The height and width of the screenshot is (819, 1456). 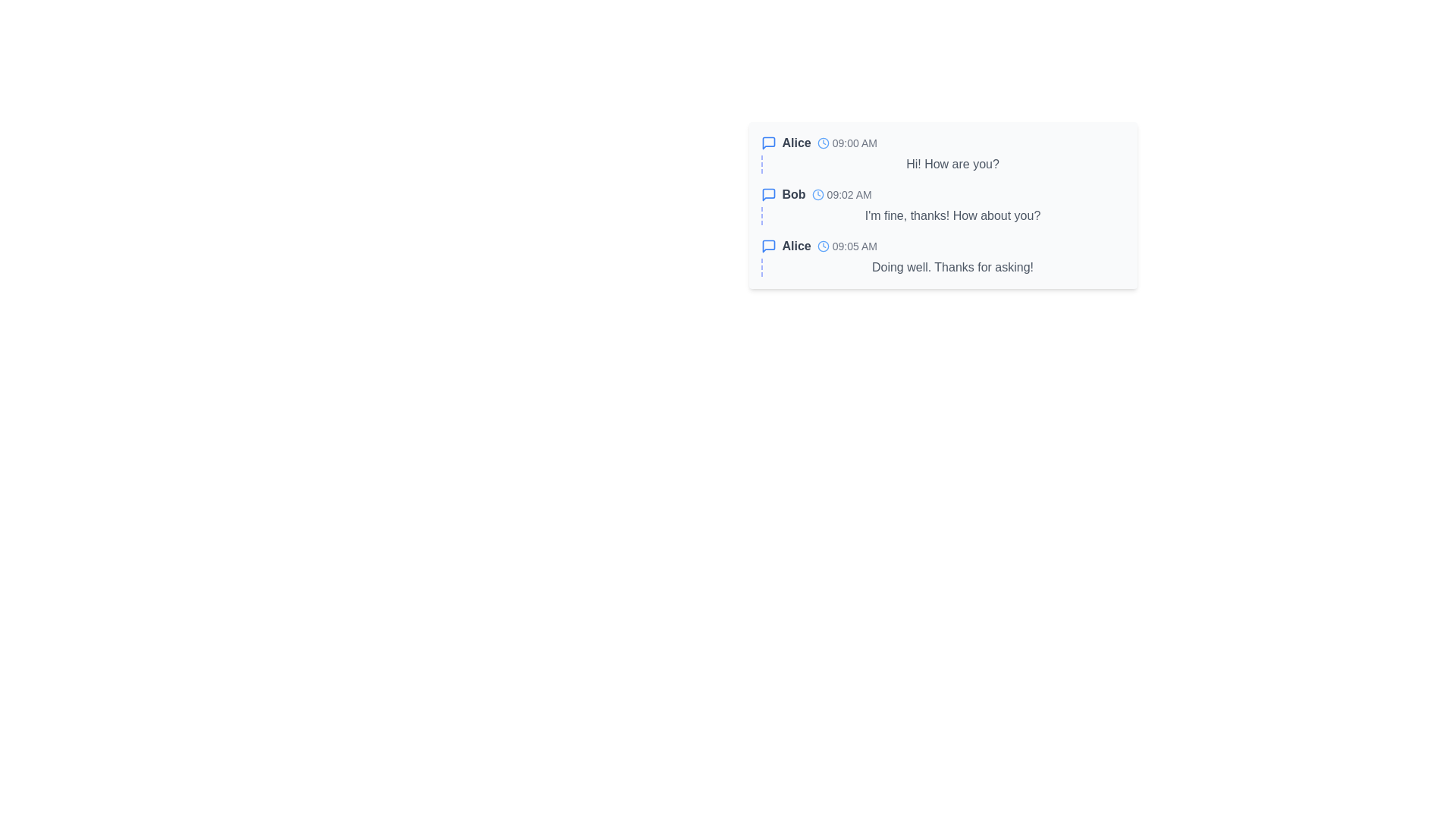 What do you see at coordinates (817, 194) in the screenshot?
I see `the clock icon located in the second row of the chat interface, immediately to the left of the '09:02 AM' timestamp for the message sent by 'Bob'` at bounding box center [817, 194].